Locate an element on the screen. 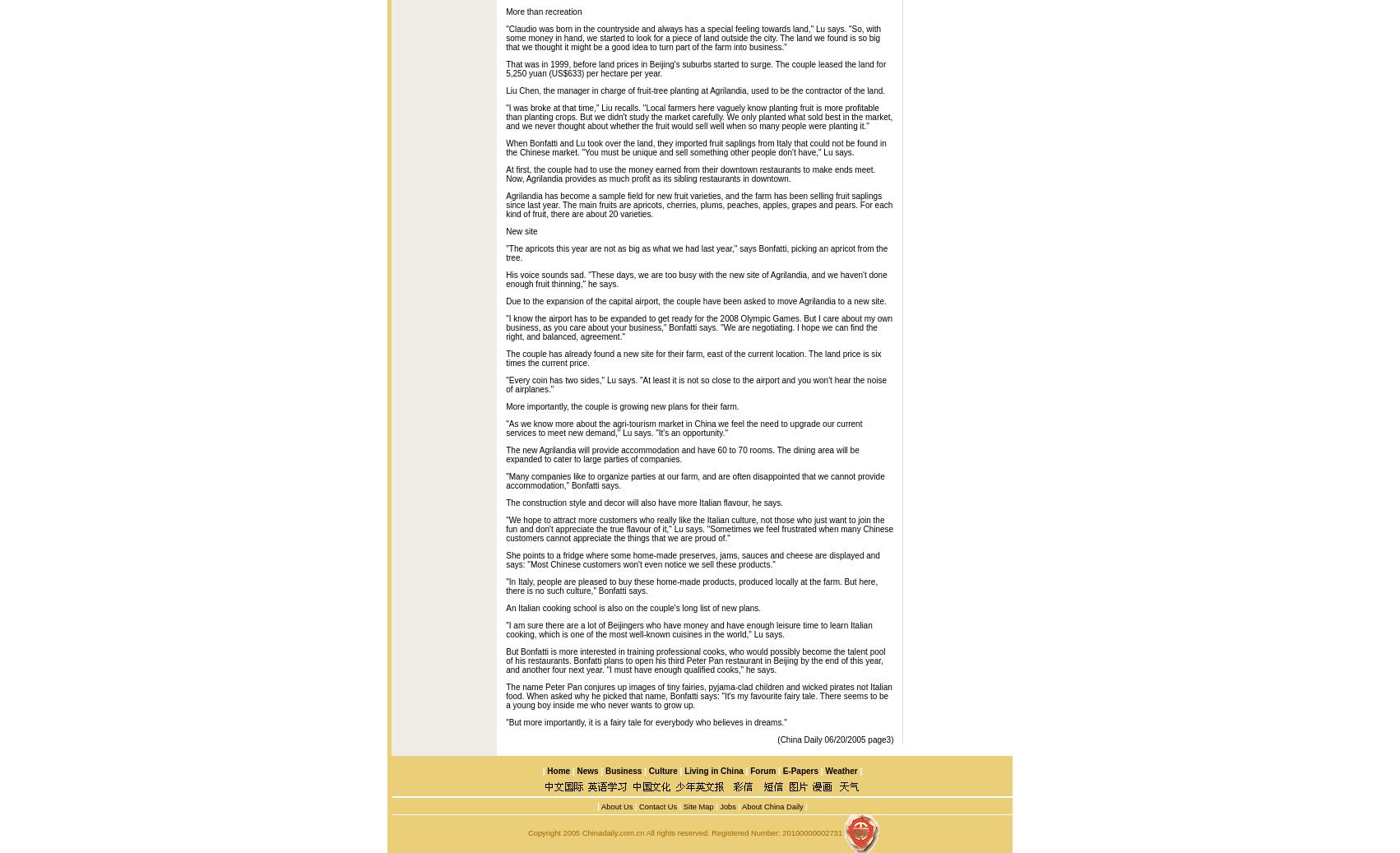  'Jobs' is located at coordinates (716, 805).